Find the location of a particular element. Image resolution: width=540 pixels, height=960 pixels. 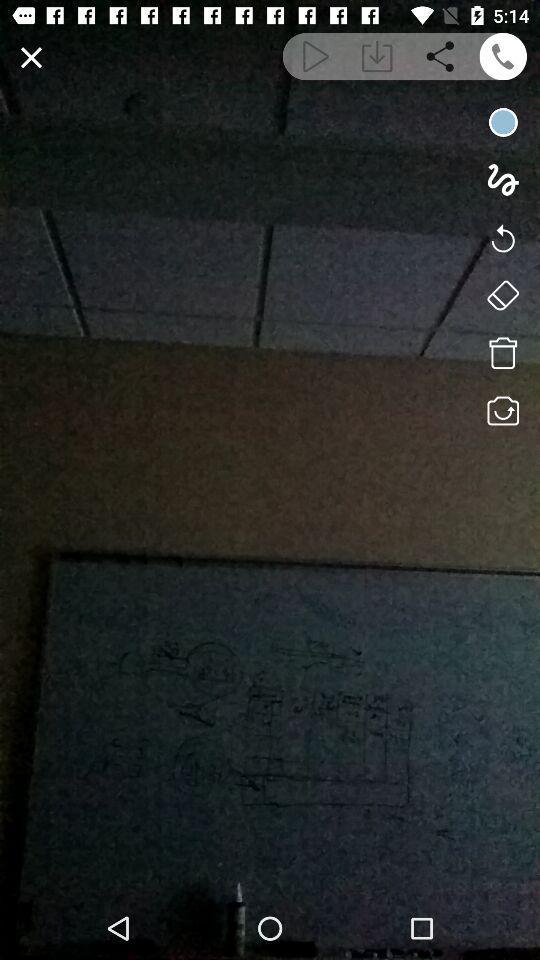

the edit section is located at coordinates (30, 56).